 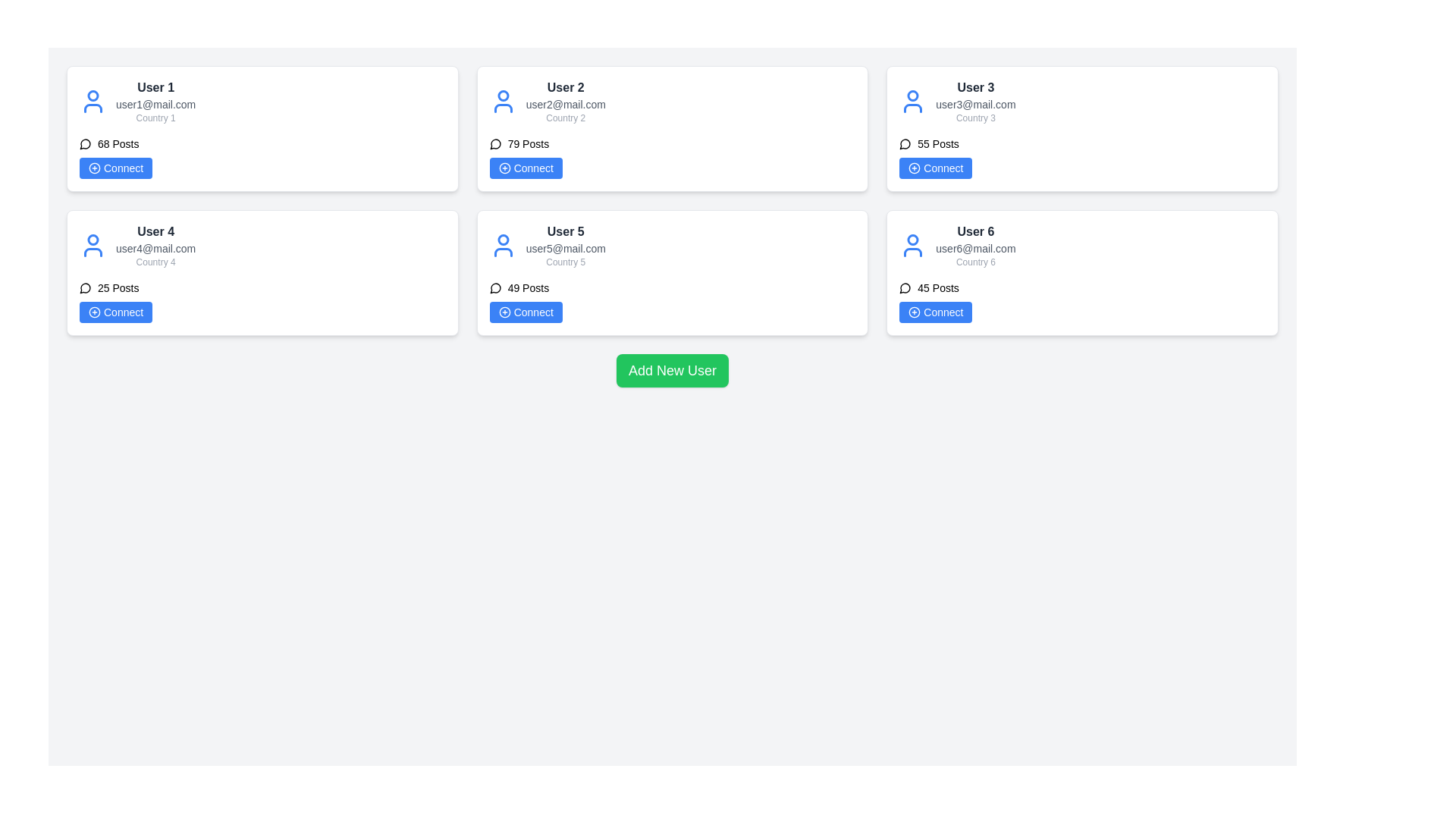 What do you see at coordinates (912, 245) in the screenshot?
I see `the icon representing 'User 6'` at bounding box center [912, 245].